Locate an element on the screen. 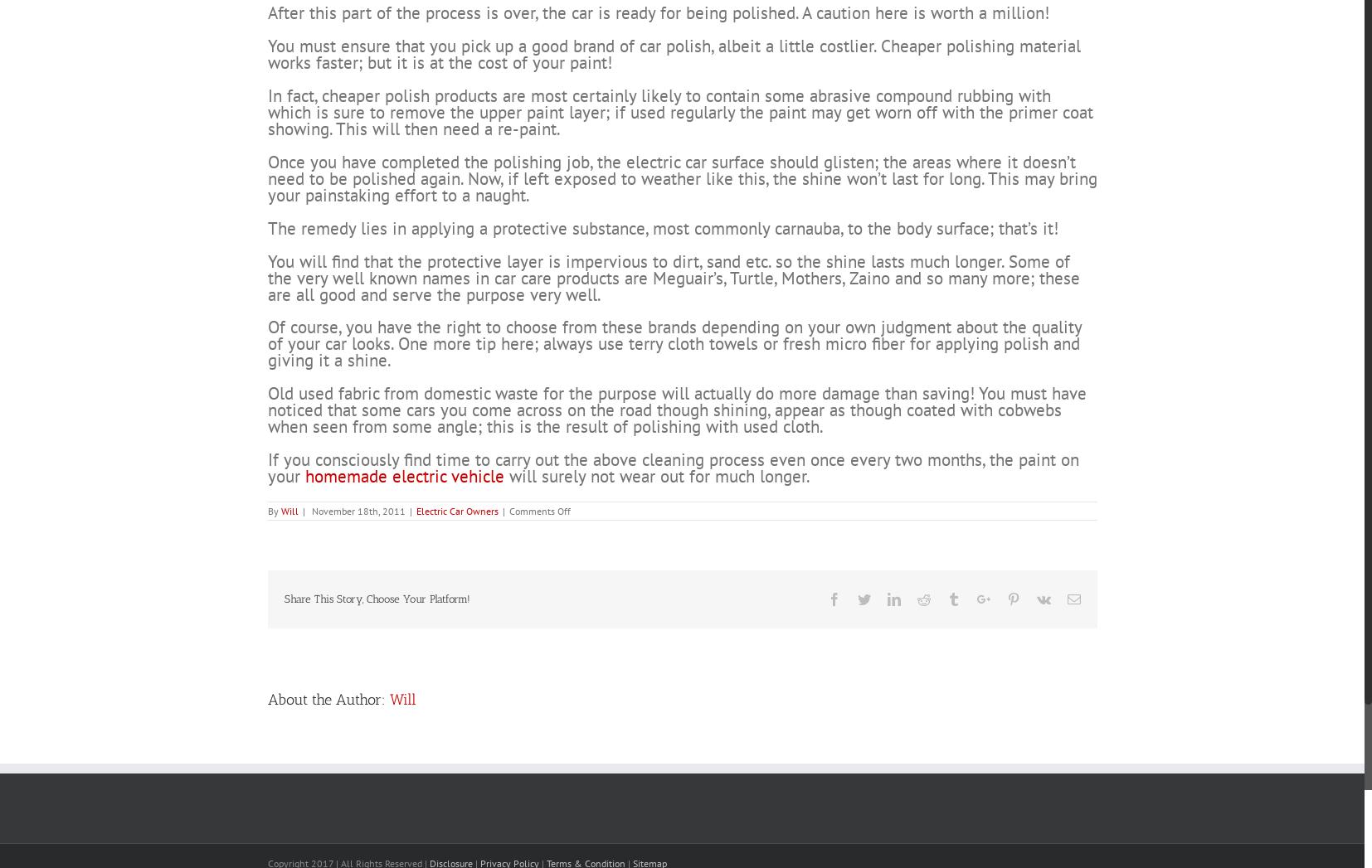 The width and height of the screenshot is (1372, 868). 'homemade electric vehicle' is located at coordinates (403, 536).